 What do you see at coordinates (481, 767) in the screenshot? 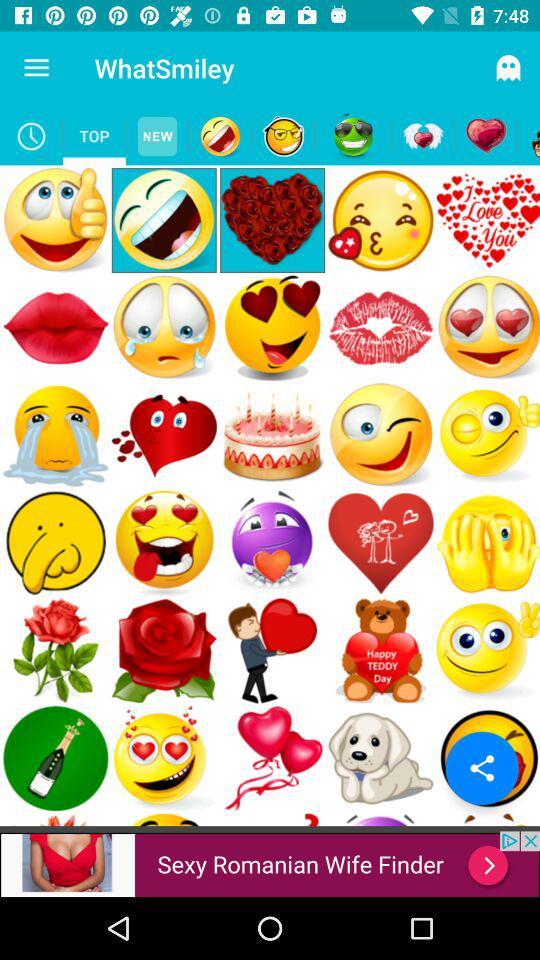
I see `open settings` at bounding box center [481, 767].